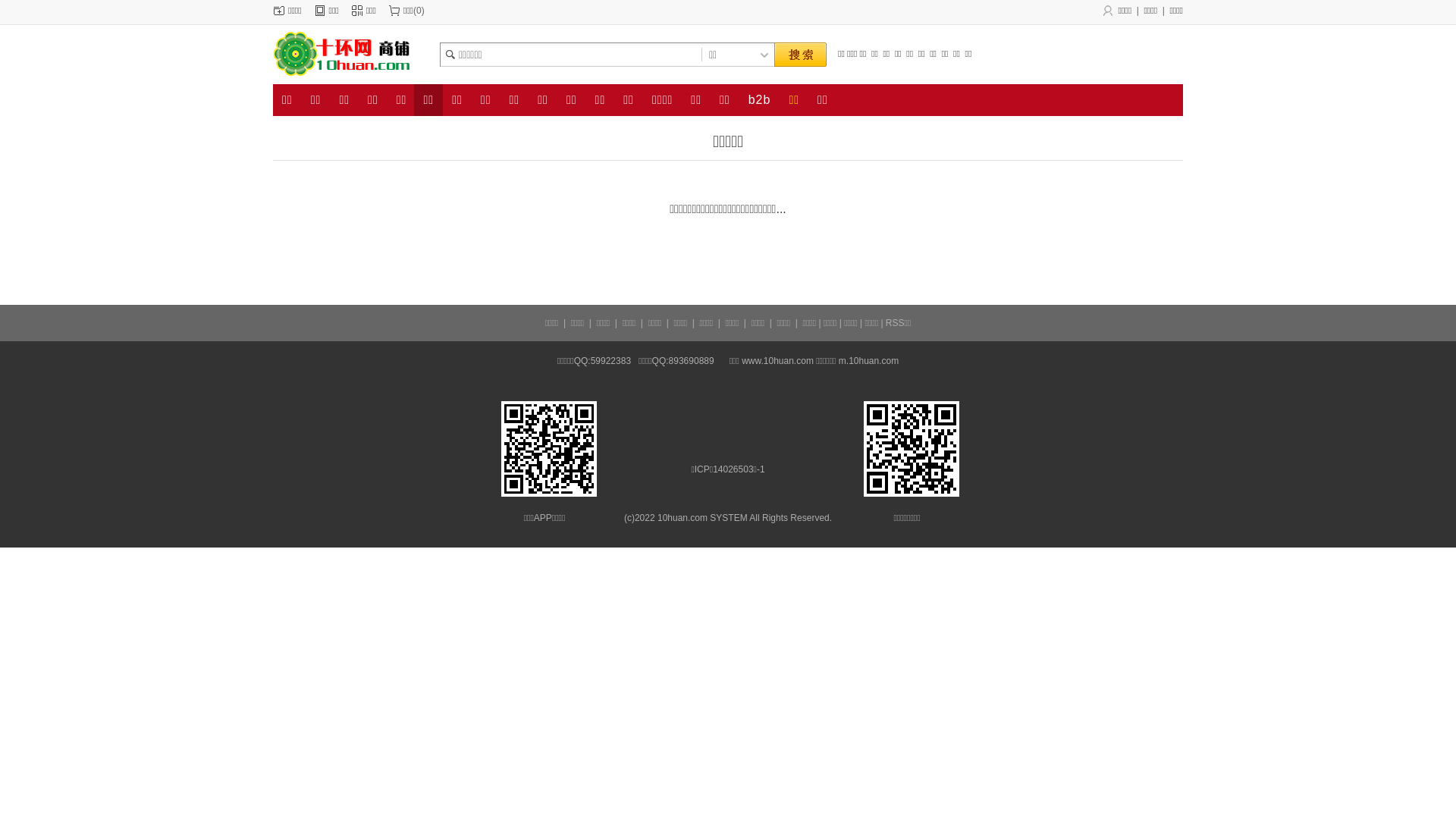  What do you see at coordinates (760, 99) in the screenshot?
I see `'b2b'` at bounding box center [760, 99].